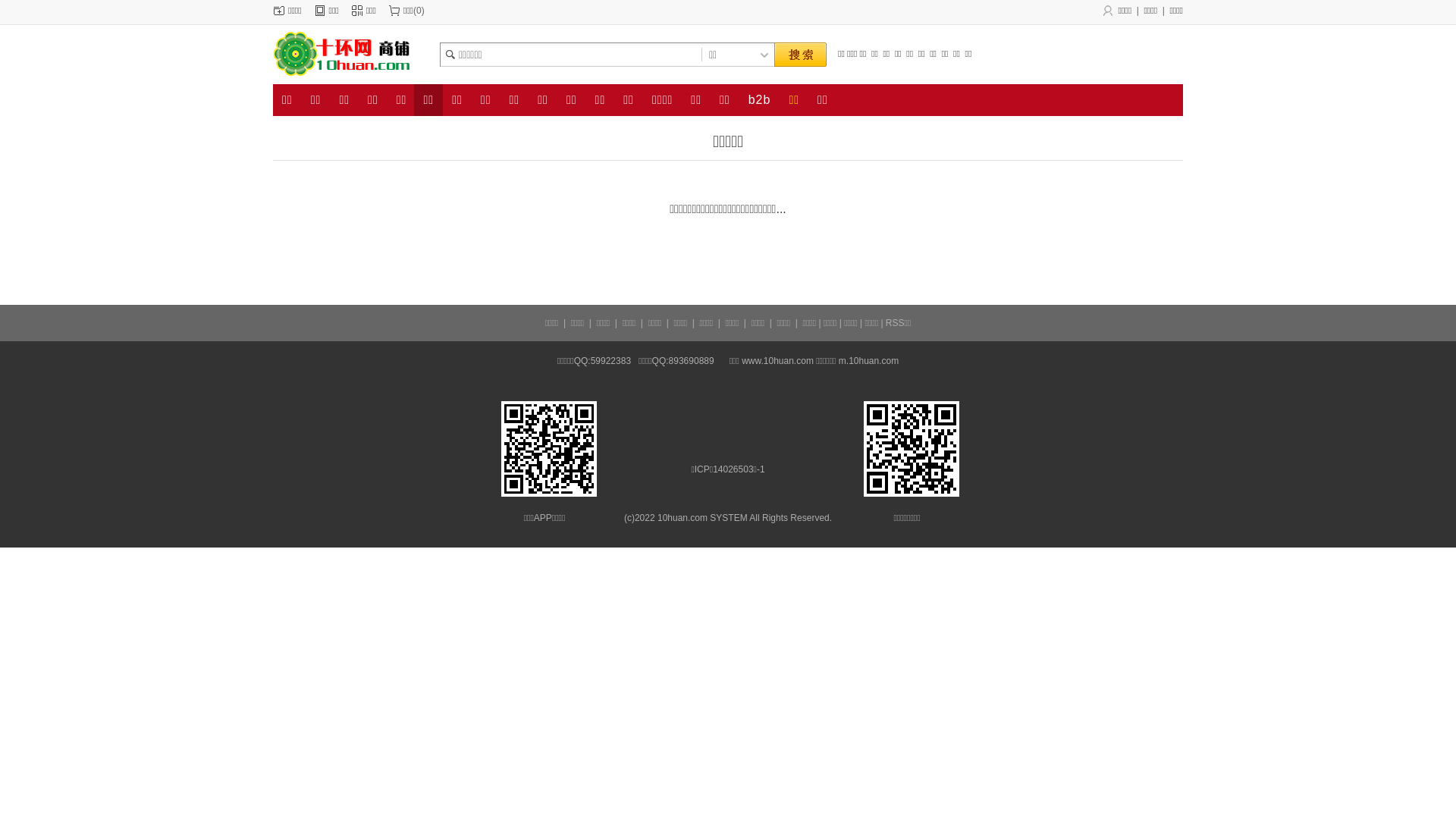  What do you see at coordinates (760, 99) in the screenshot?
I see `'b2b'` at bounding box center [760, 99].